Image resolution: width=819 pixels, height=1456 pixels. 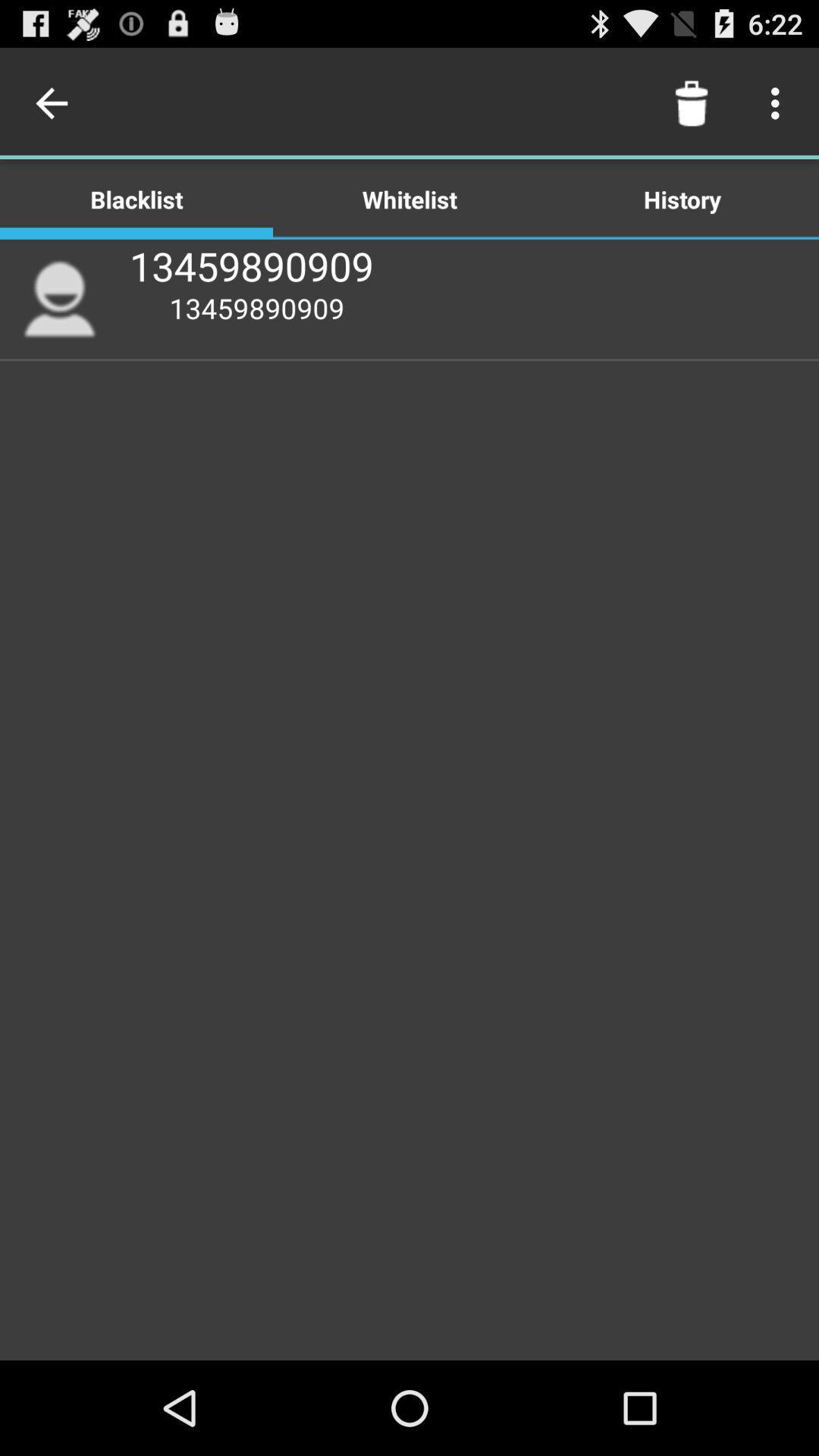 What do you see at coordinates (136, 198) in the screenshot?
I see `item next to the whitelist` at bounding box center [136, 198].